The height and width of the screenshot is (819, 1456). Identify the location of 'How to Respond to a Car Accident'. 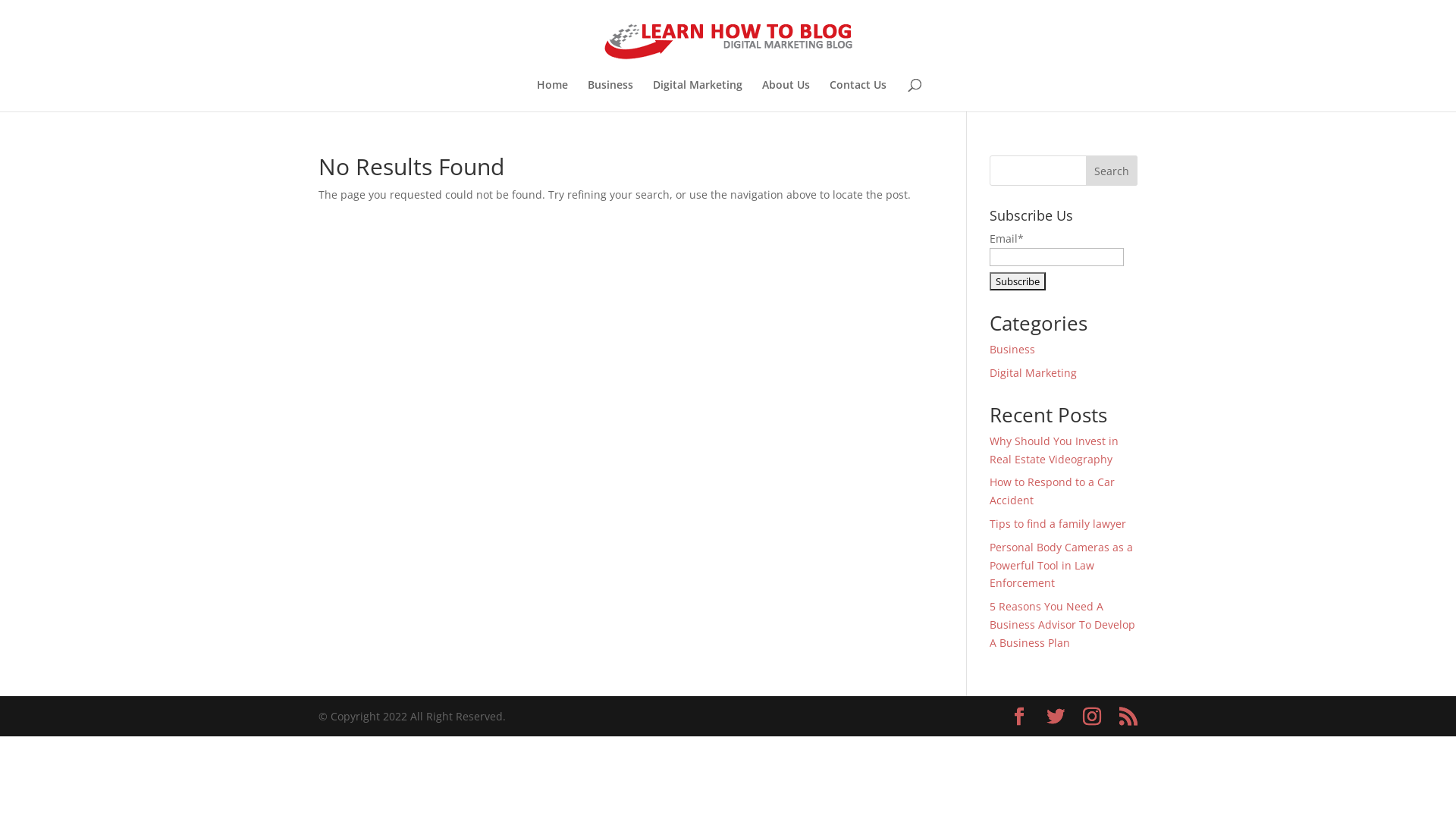
(1051, 491).